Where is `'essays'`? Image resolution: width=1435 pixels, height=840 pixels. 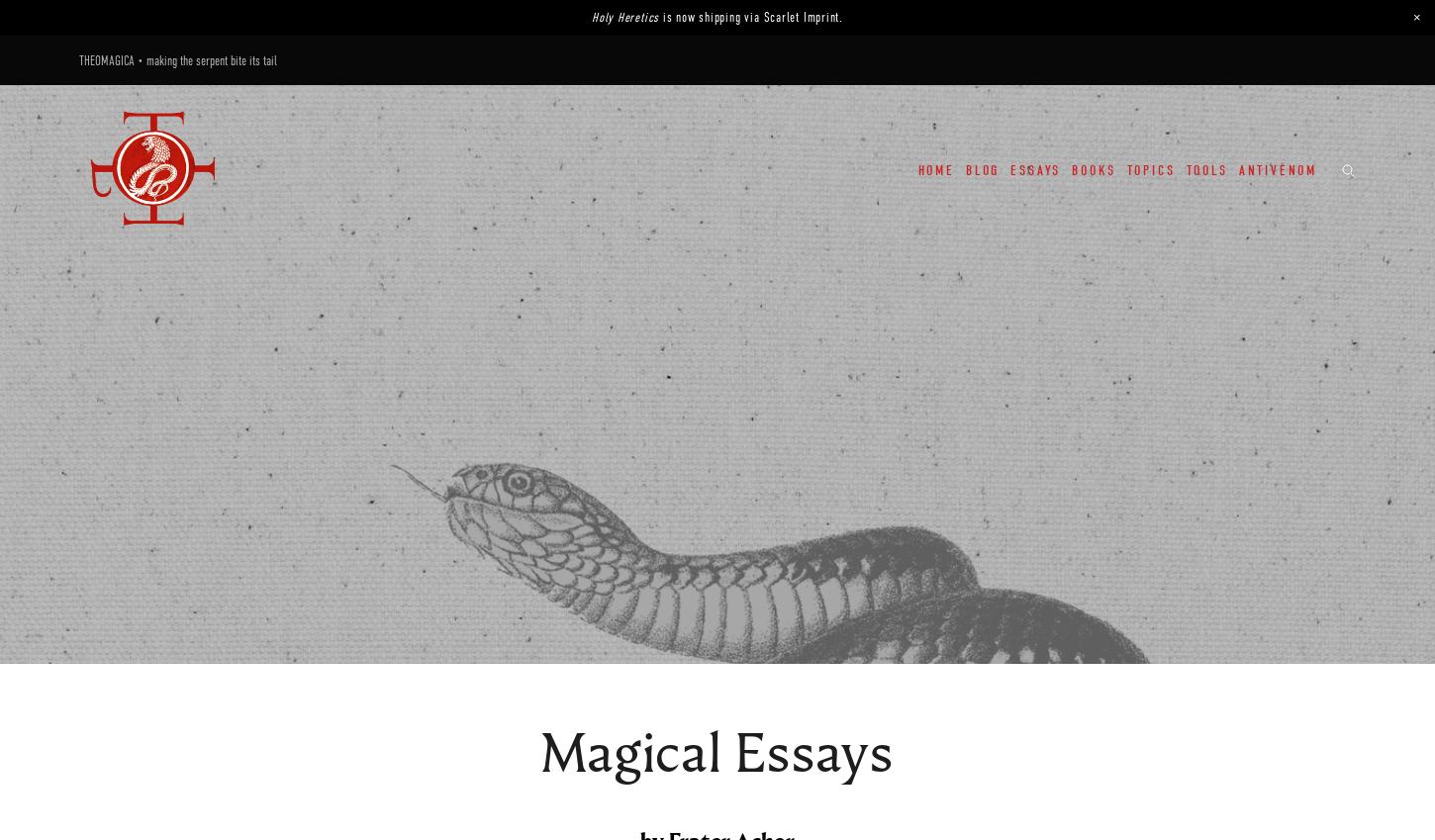 'essays' is located at coordinates (1035, 169).